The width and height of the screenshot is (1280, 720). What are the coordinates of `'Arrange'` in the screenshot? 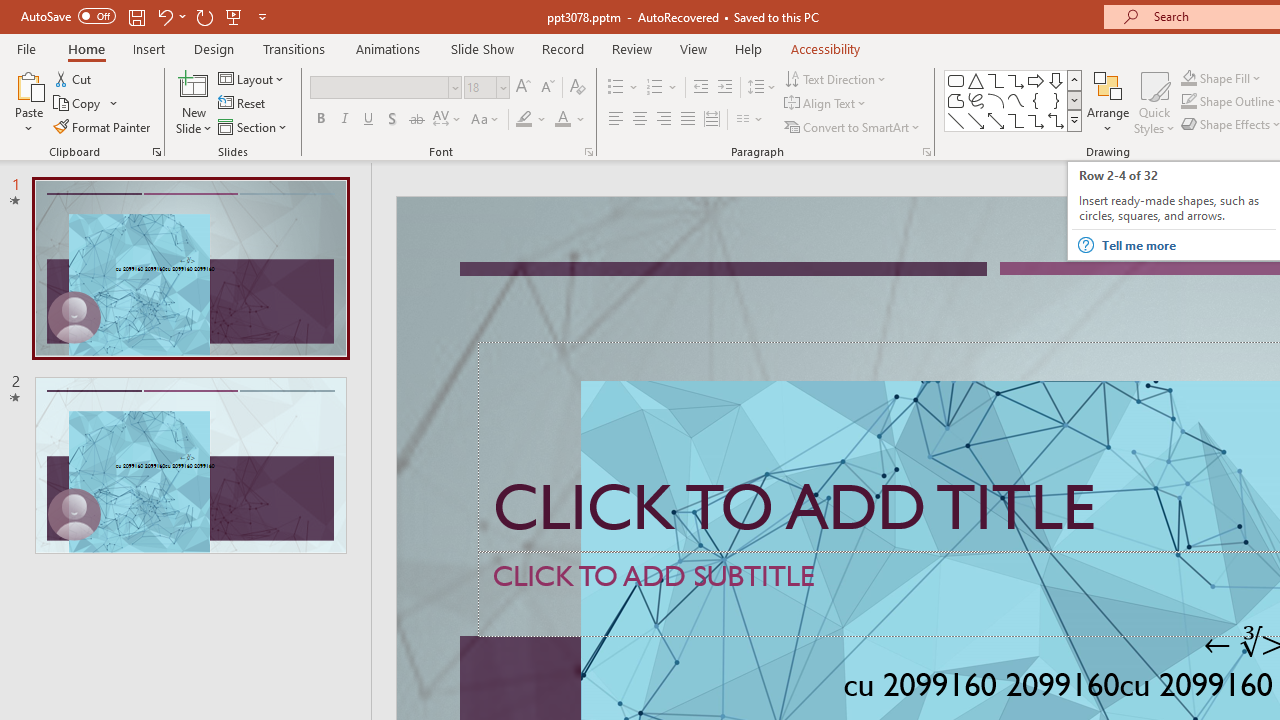 It's located at (1107, 103).